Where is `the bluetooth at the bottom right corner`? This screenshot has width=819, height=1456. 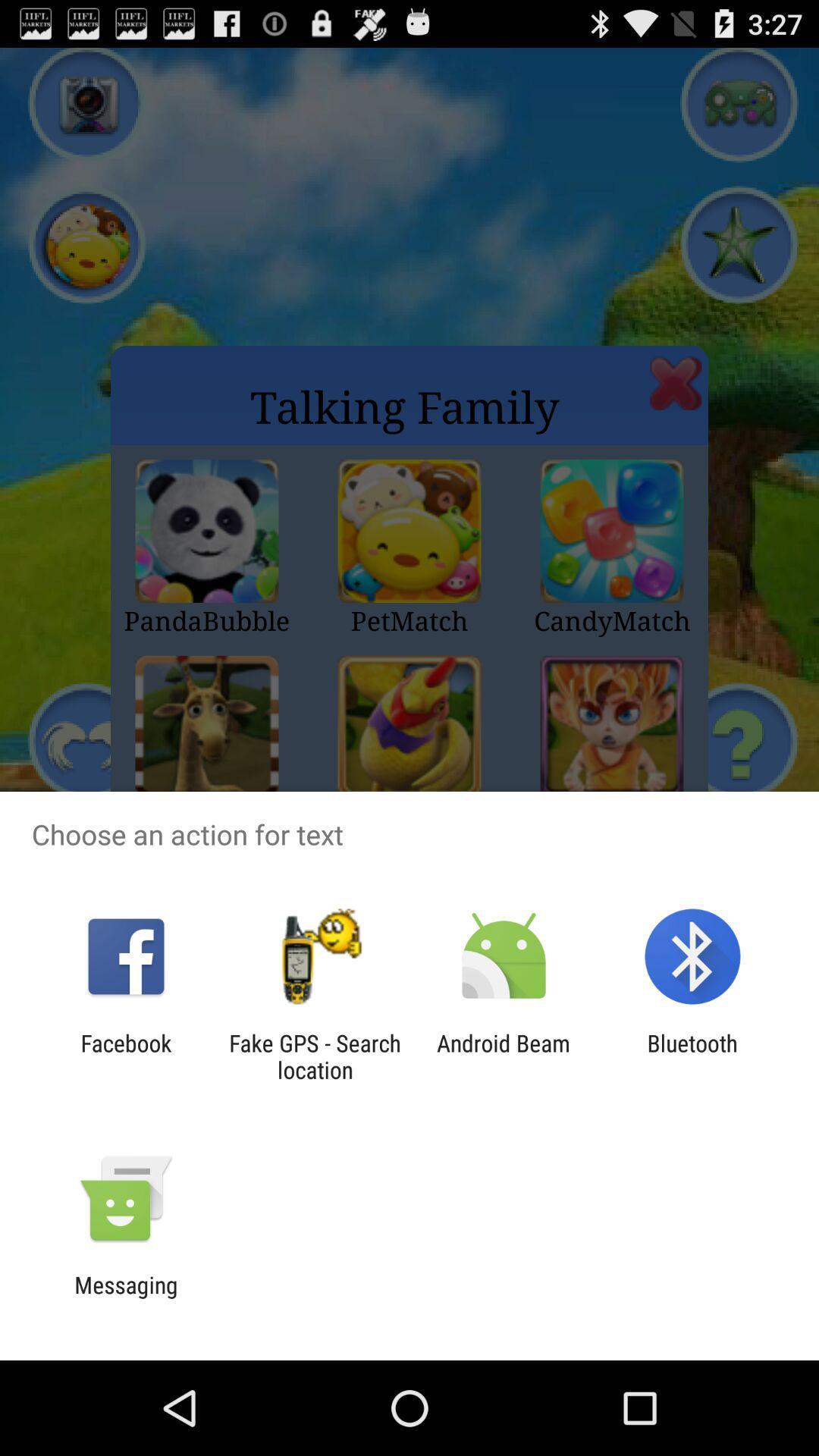
the bluetooth at the bottom right corner is located at coordinates (692, 1056).